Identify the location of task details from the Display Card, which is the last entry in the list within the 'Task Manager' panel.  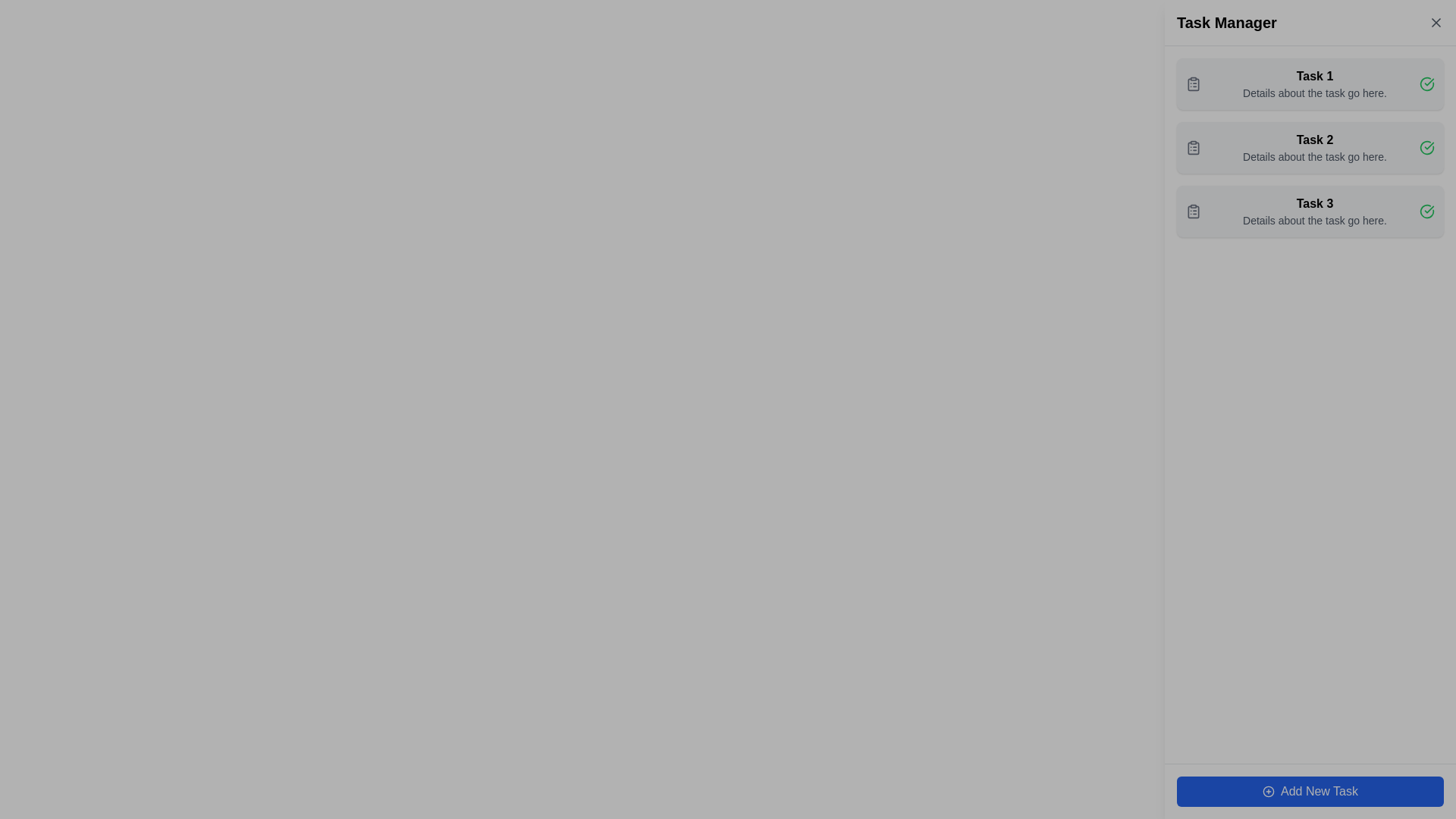
(1310, 211).